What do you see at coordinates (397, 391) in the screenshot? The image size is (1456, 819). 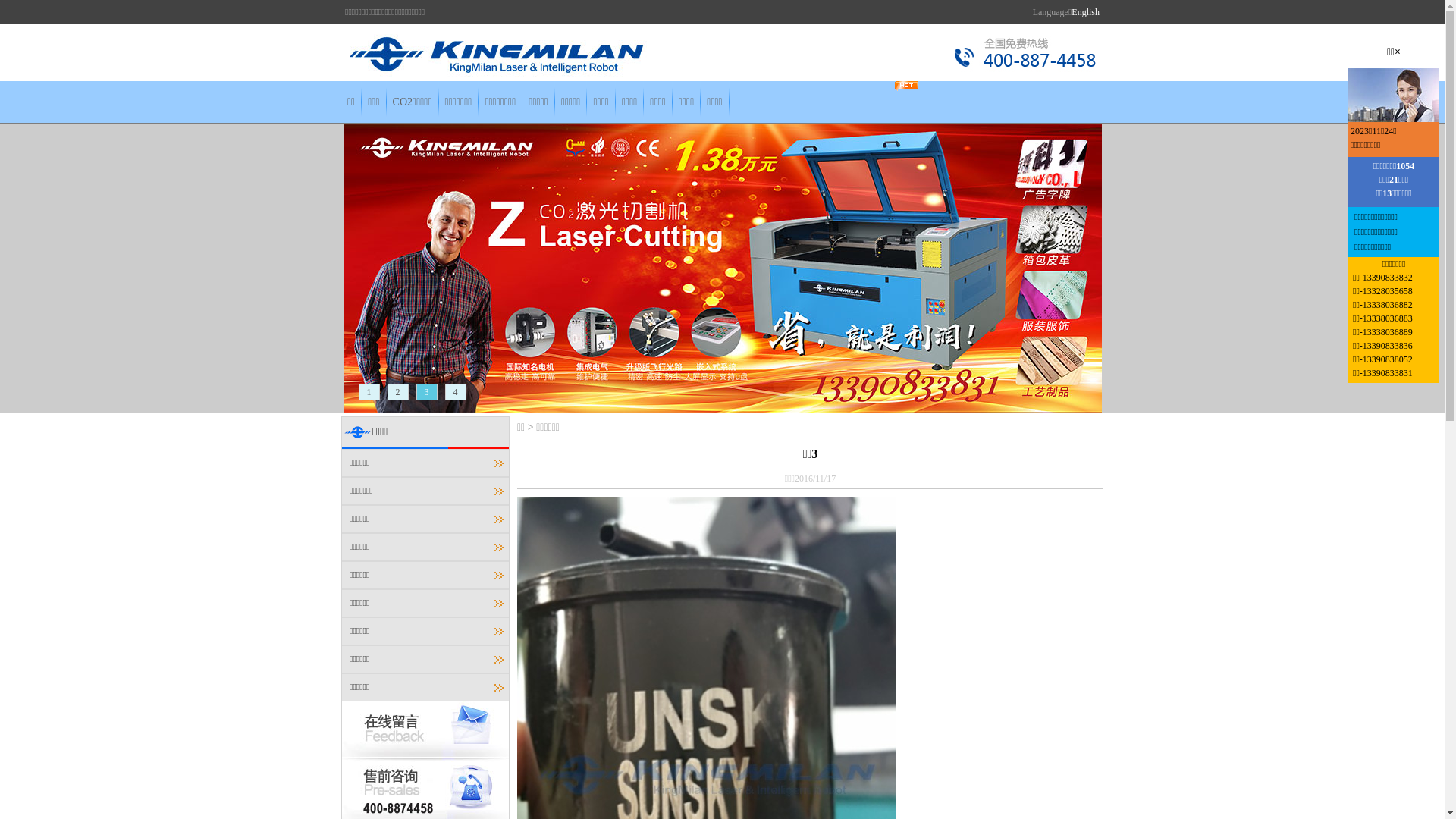 I see `'2'` at bounding box center [397, 391].